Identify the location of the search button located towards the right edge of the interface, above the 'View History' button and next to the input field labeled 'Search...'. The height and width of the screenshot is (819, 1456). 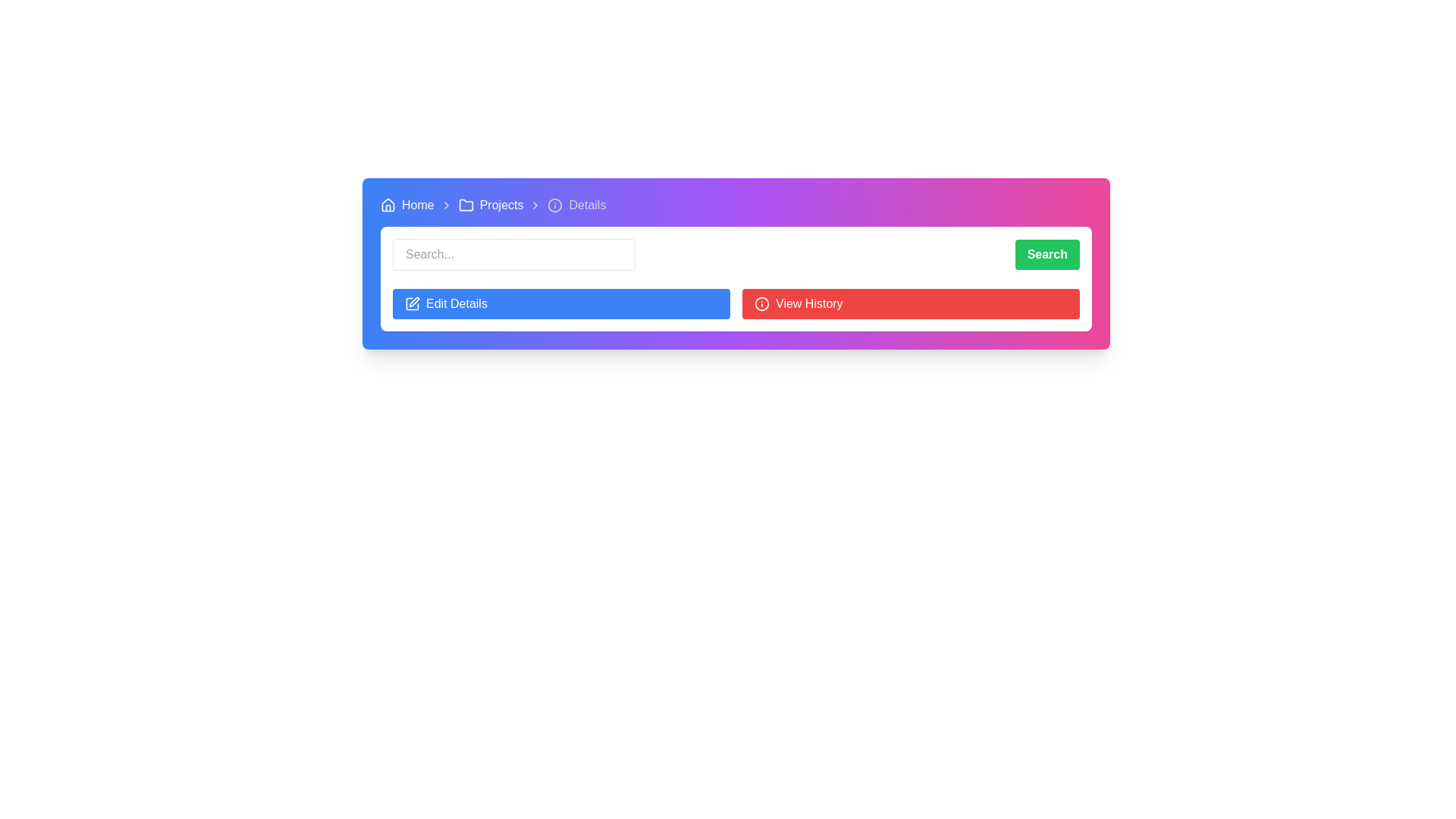
(1046, 253).